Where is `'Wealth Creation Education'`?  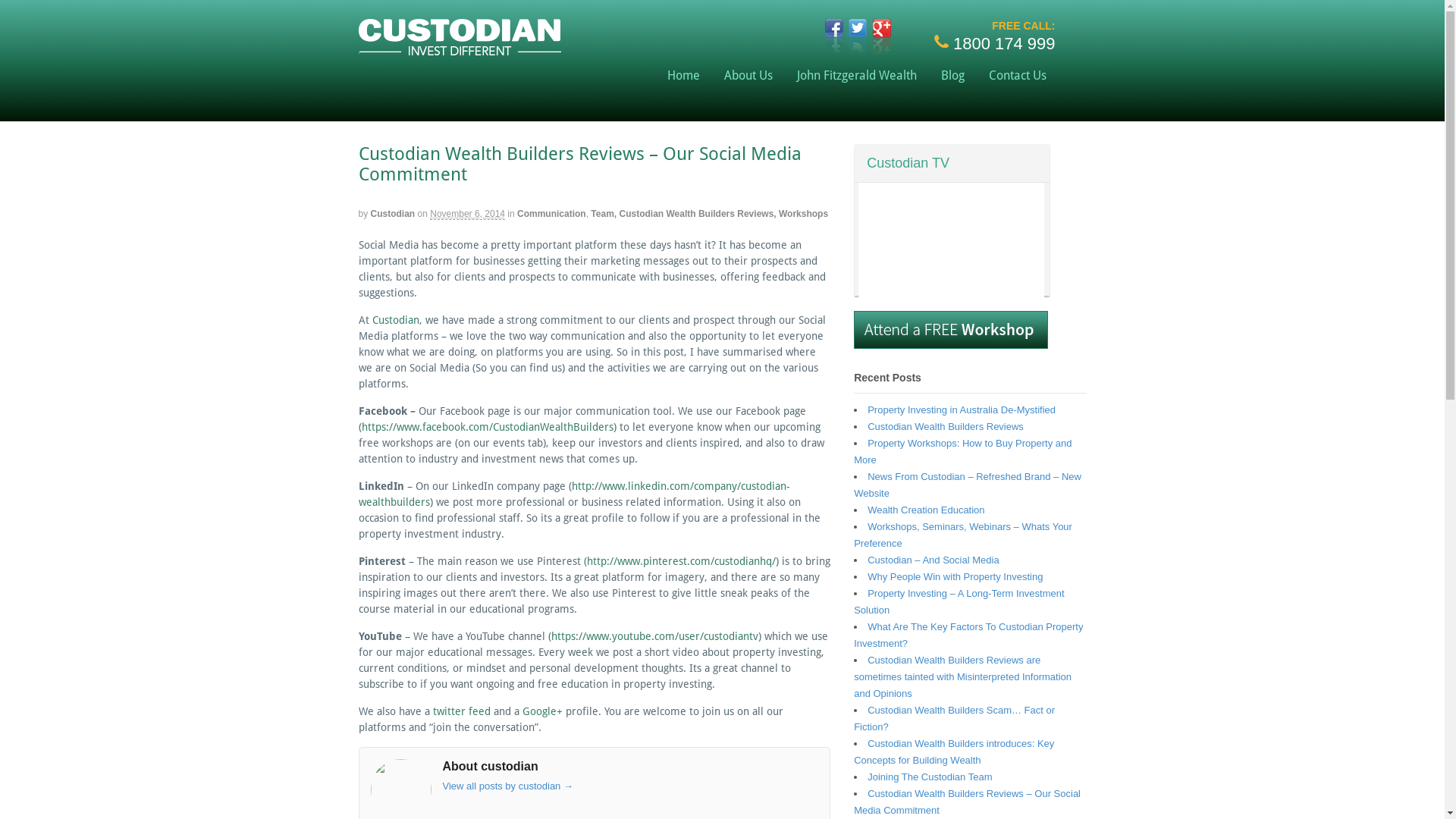
'Wealth Creation Education' is located at coordinates (924, 510).